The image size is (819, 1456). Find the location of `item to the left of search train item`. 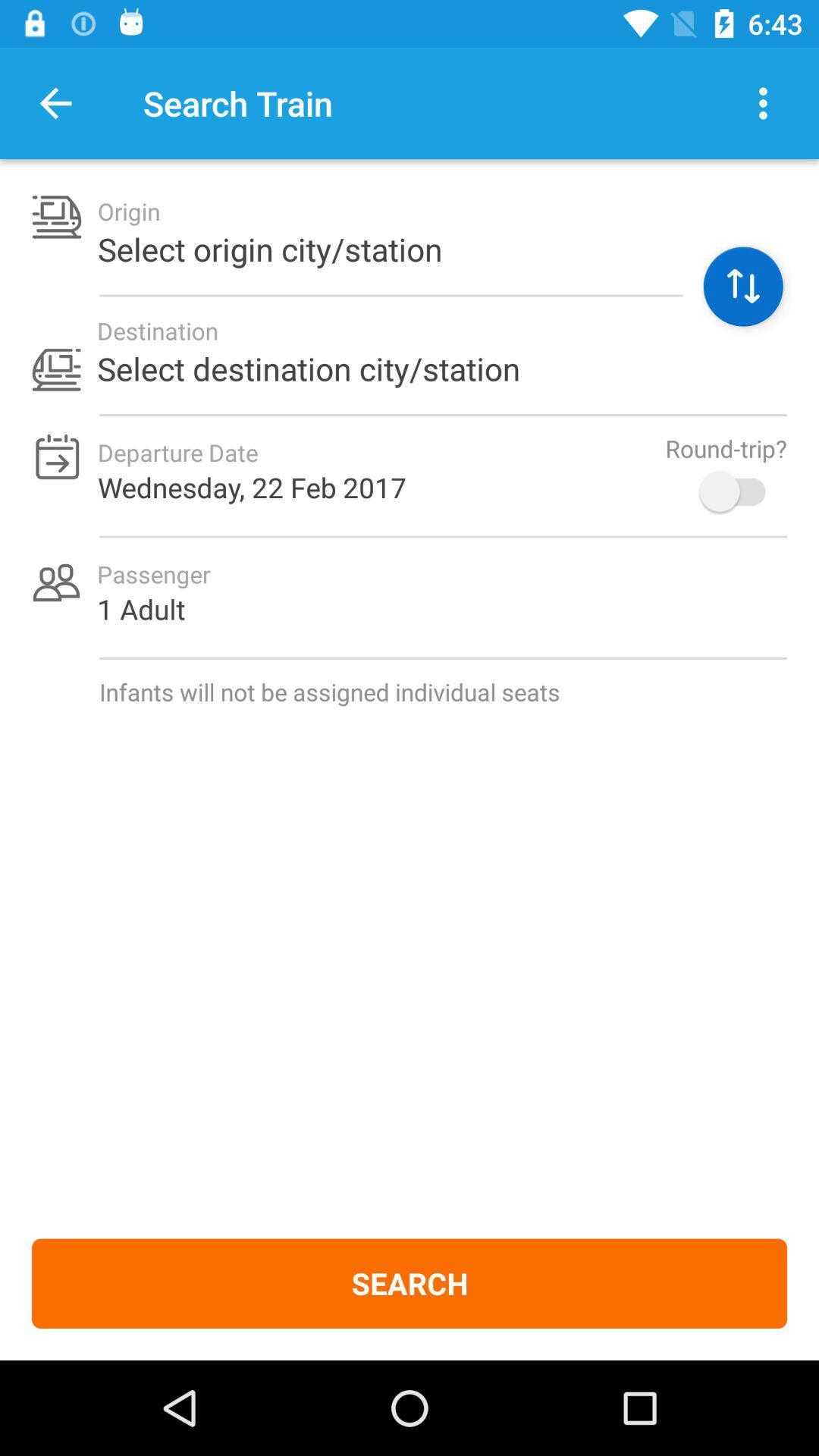

item to the left of search train item is located at coordinates (55, 102).